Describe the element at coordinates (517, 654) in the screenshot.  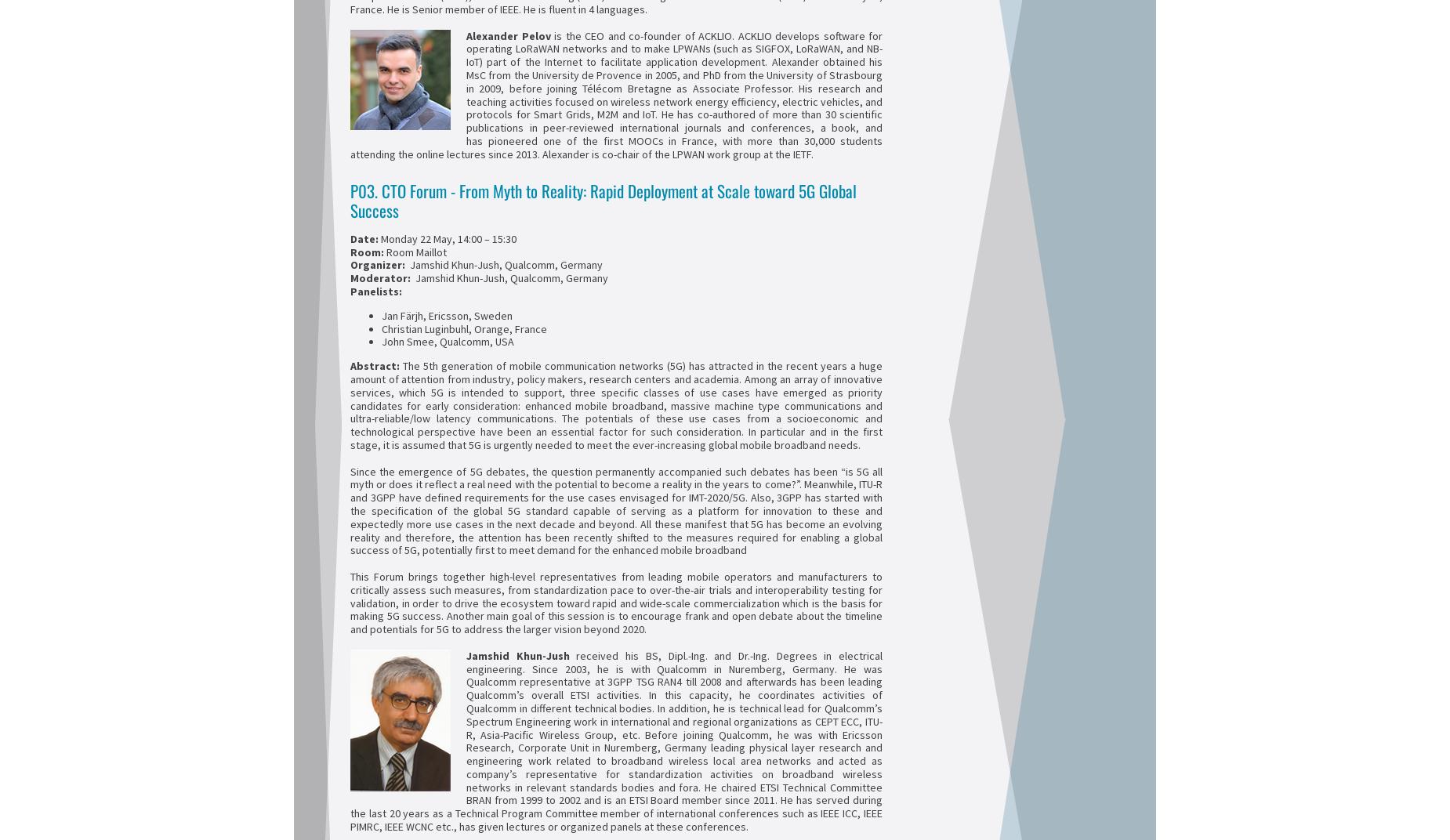
I see `'Jamshid Khun-Jush'` at that location.